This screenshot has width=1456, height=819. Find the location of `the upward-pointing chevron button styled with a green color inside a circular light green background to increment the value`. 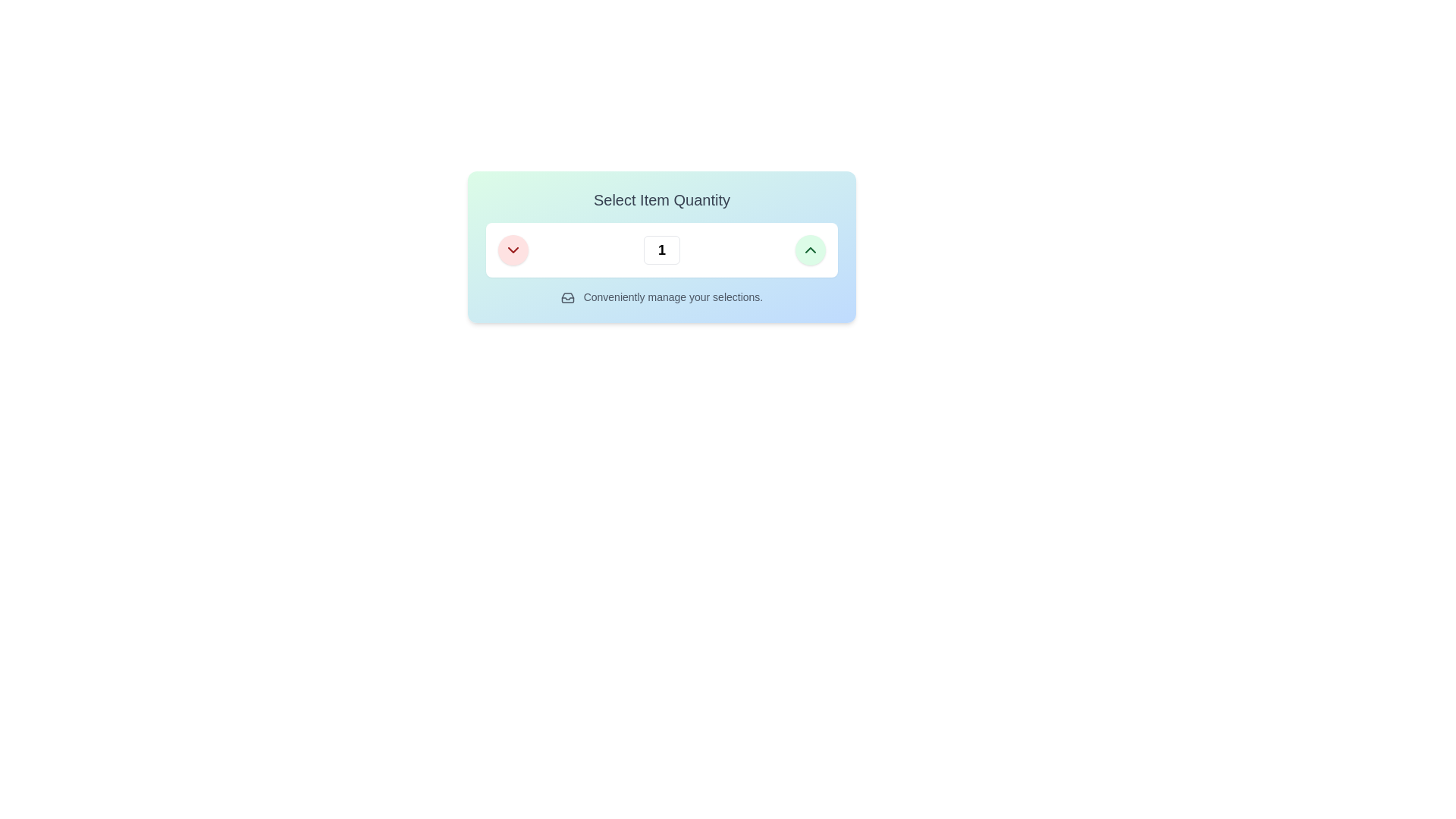

the upward-pointing chevron button styled with a green color inside a circular light green background to increment the value is located at coordinates (810, 249).